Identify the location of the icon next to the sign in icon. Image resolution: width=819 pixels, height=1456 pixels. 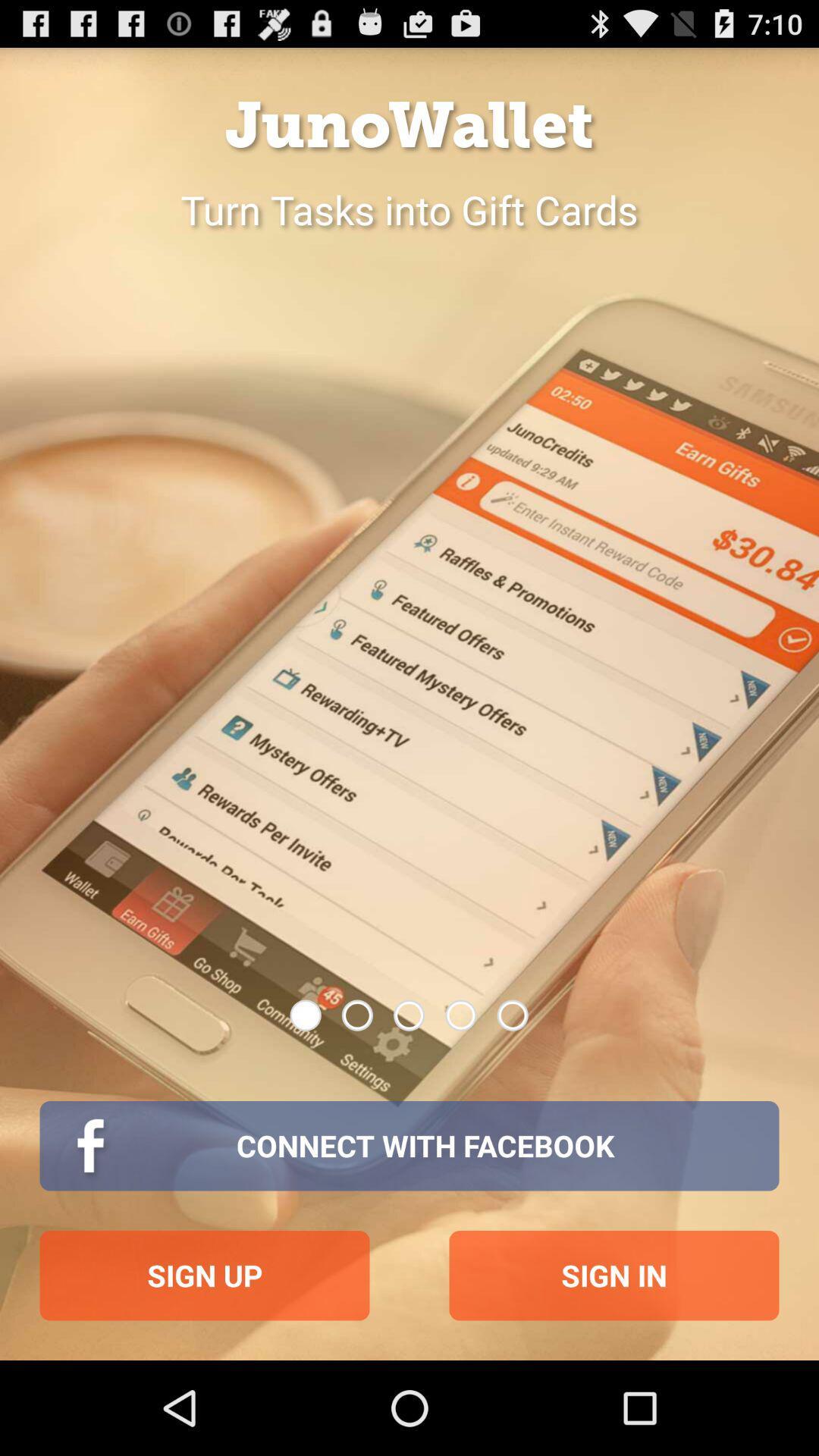
(205, 1275).